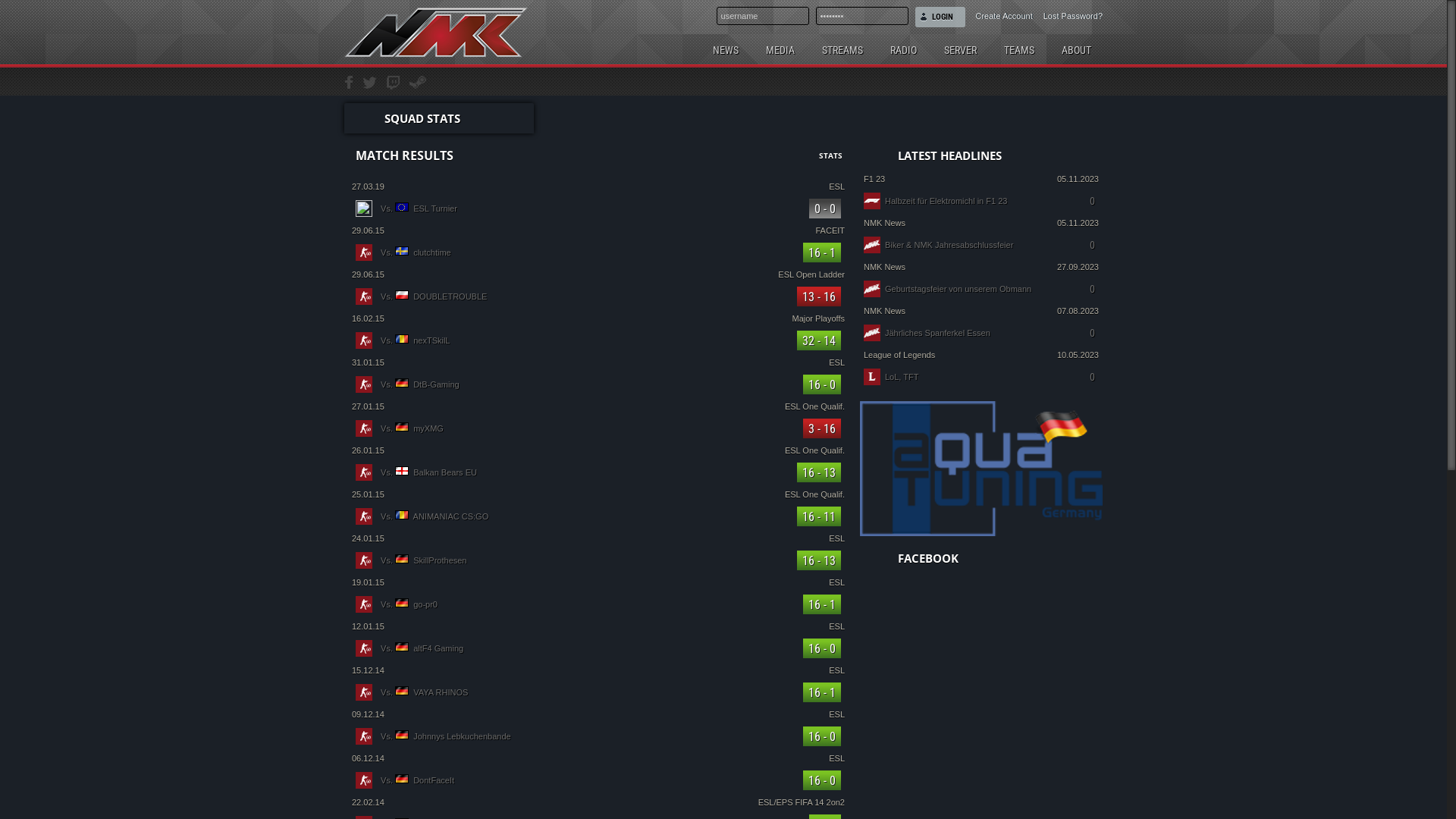 This screenshot has width=1456, height=819. I want to click on '  Vs.   go-pr0, so click(597, 604).